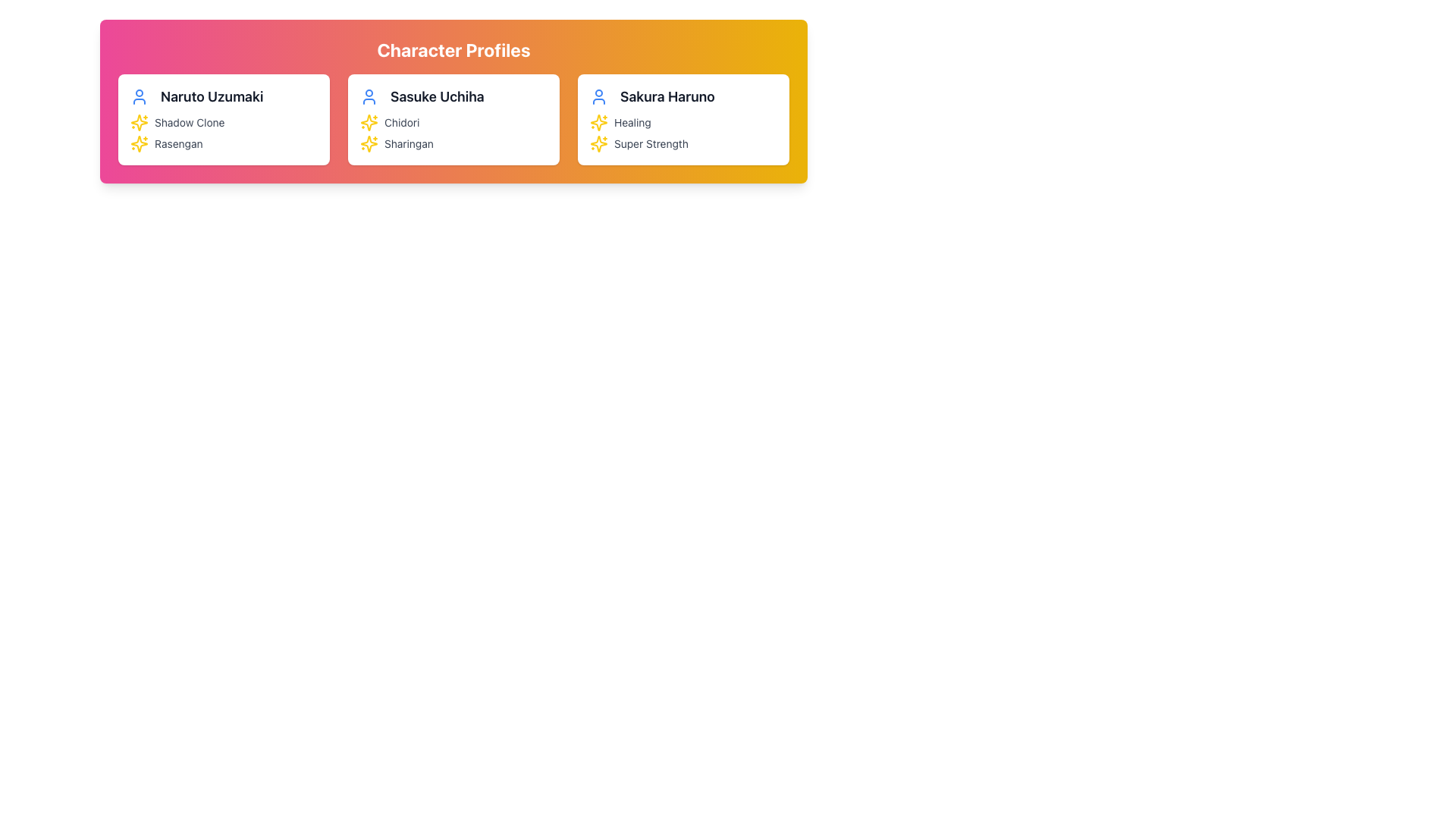 The image size is (1456, 819). What do you see at coordinates (598, 96) in the screenshot?
I see `the SVG icon representing the profile of 'Sakura Haruno', located at the top left of the profile card above the name` at bounding box center [598, 96].